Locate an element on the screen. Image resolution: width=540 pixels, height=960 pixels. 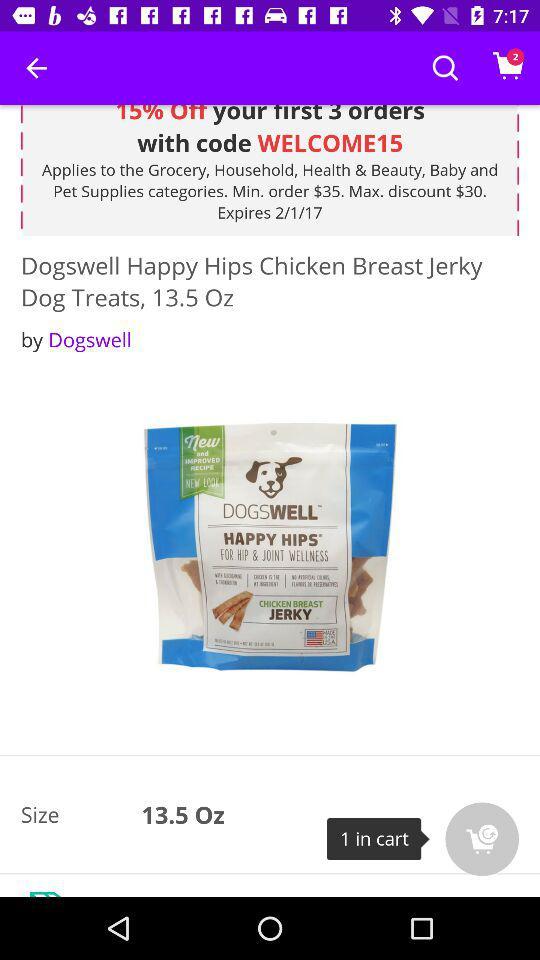
by dogswell is located at coordinates (75, 339).